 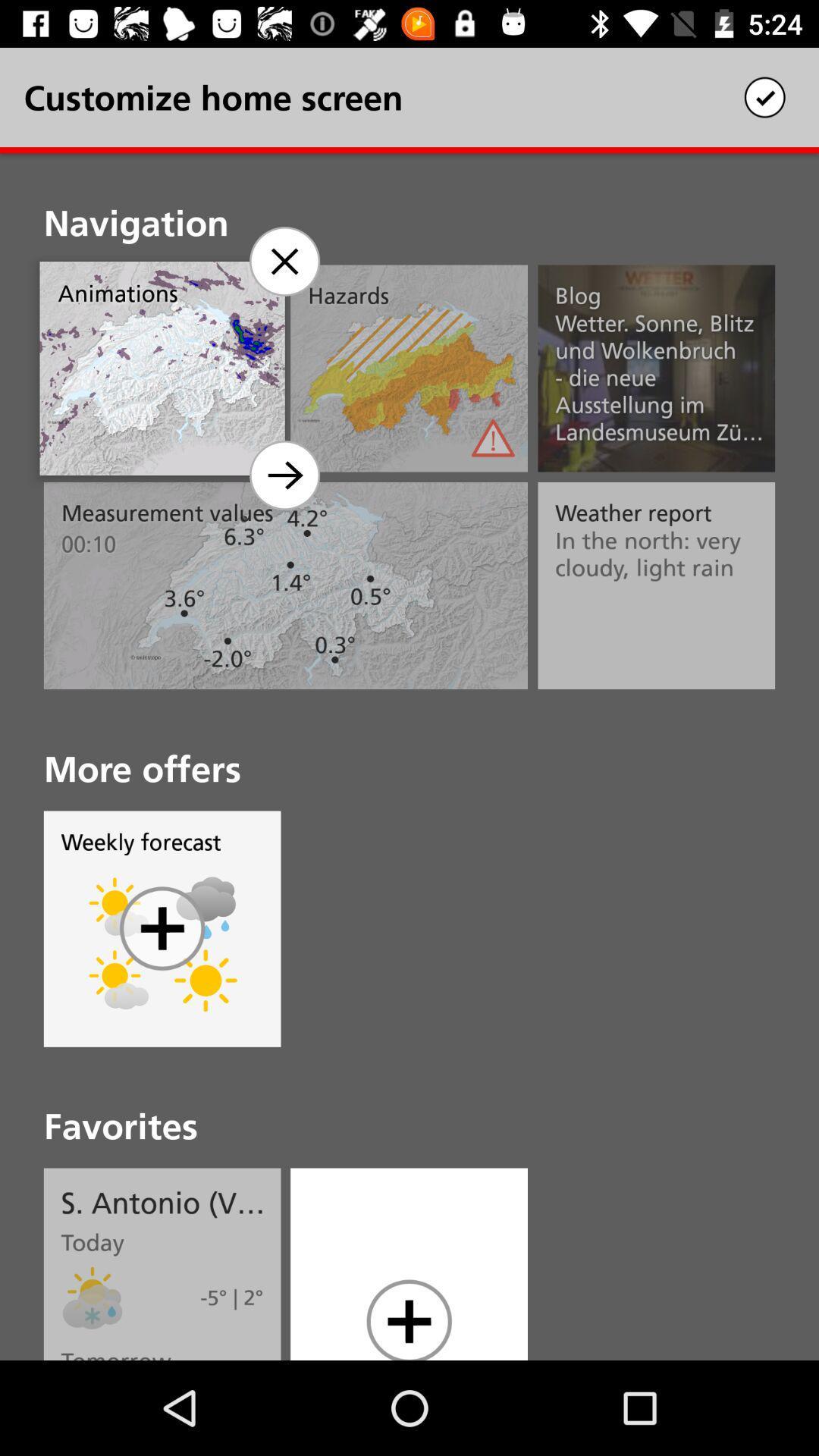 I want to click on the close icon, so click(x=284, y=262).